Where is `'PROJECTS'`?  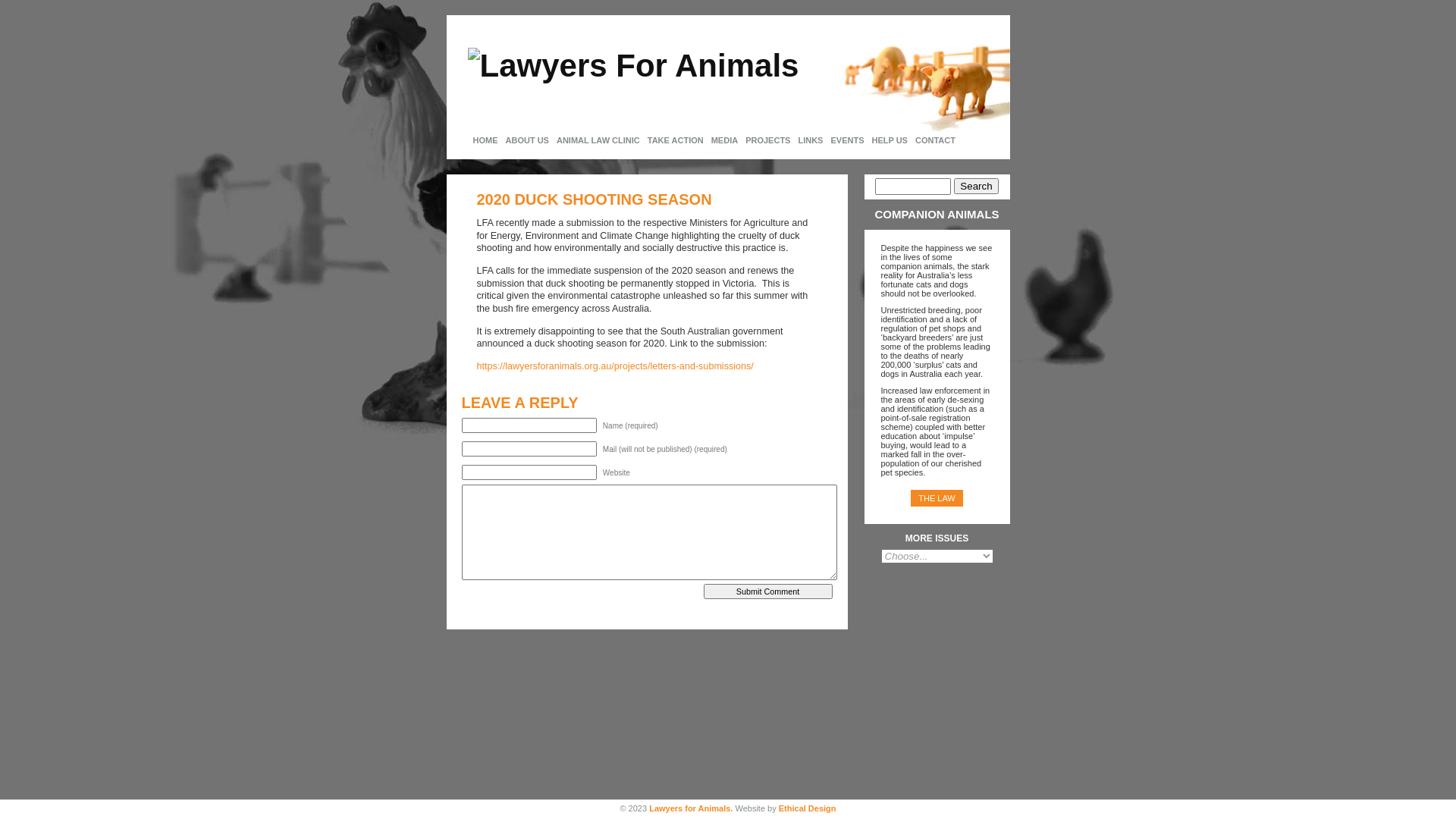
'PROJECTS' is located at coordinates (742, 140).